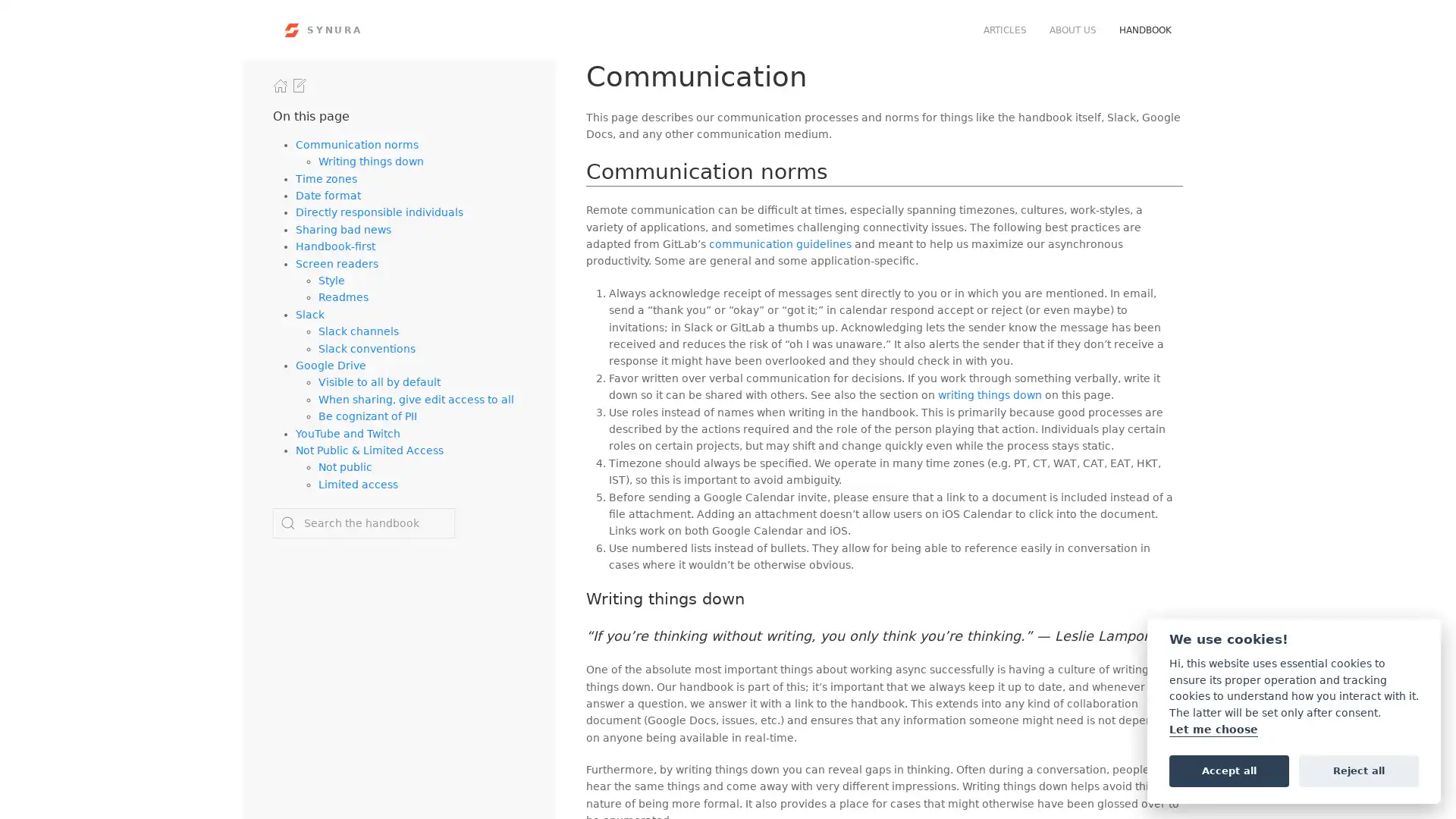 Image resolution: width=1456 pixels, height=819 pixels. What do you see at coordinates (1228, 770) in the screenshot?
I see `Accept all` at bounding box center [1228, 770].